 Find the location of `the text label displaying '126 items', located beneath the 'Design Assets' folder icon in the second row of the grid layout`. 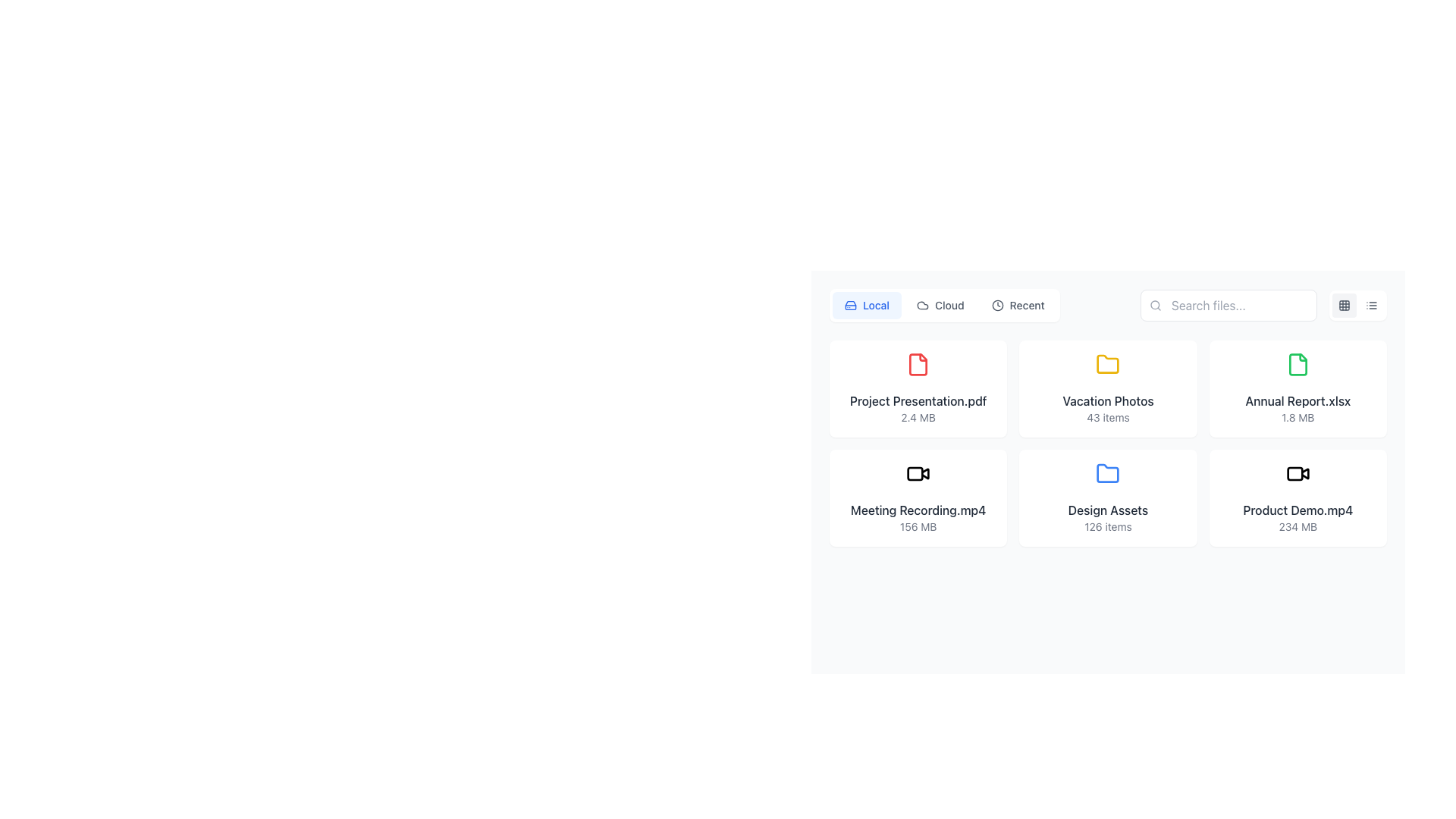

the text label displaying '126 items', located beneath the 'Design Assets' folder icon in the second row of the grid layout is located at coordinates (1108, 526).